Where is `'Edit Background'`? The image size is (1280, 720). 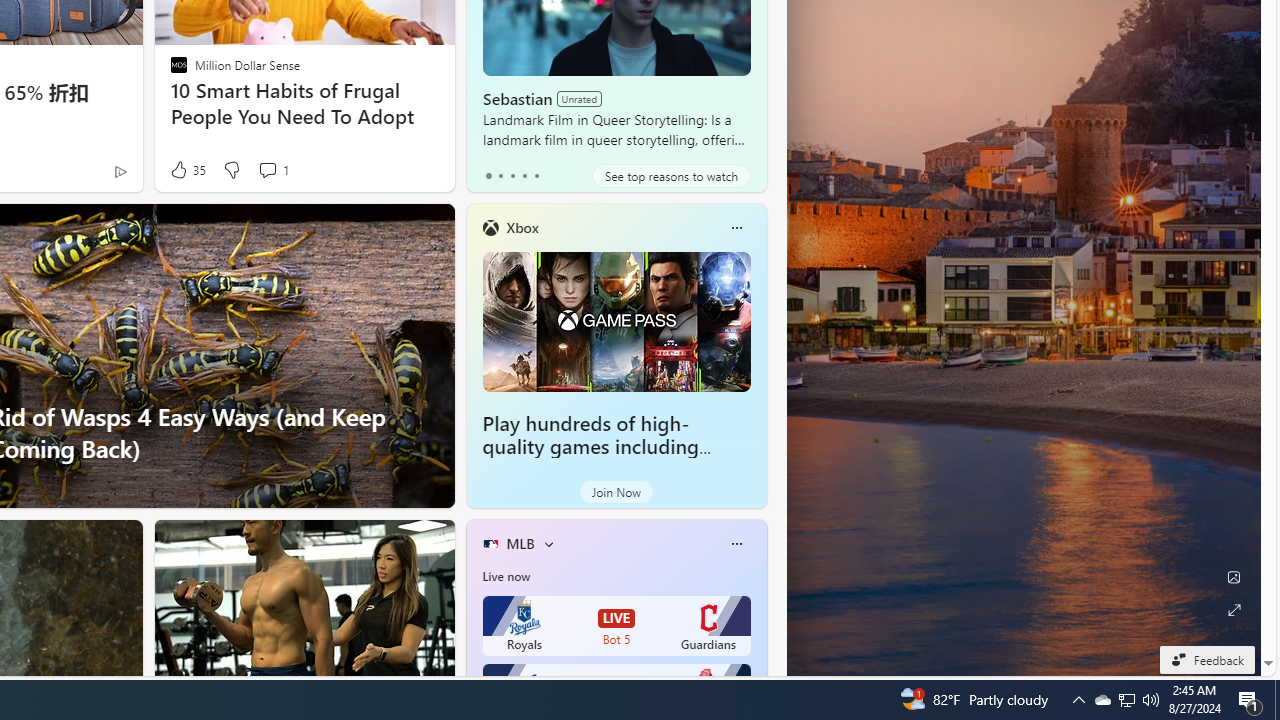
'Edit Background' is located at coordinates (1232, 577).